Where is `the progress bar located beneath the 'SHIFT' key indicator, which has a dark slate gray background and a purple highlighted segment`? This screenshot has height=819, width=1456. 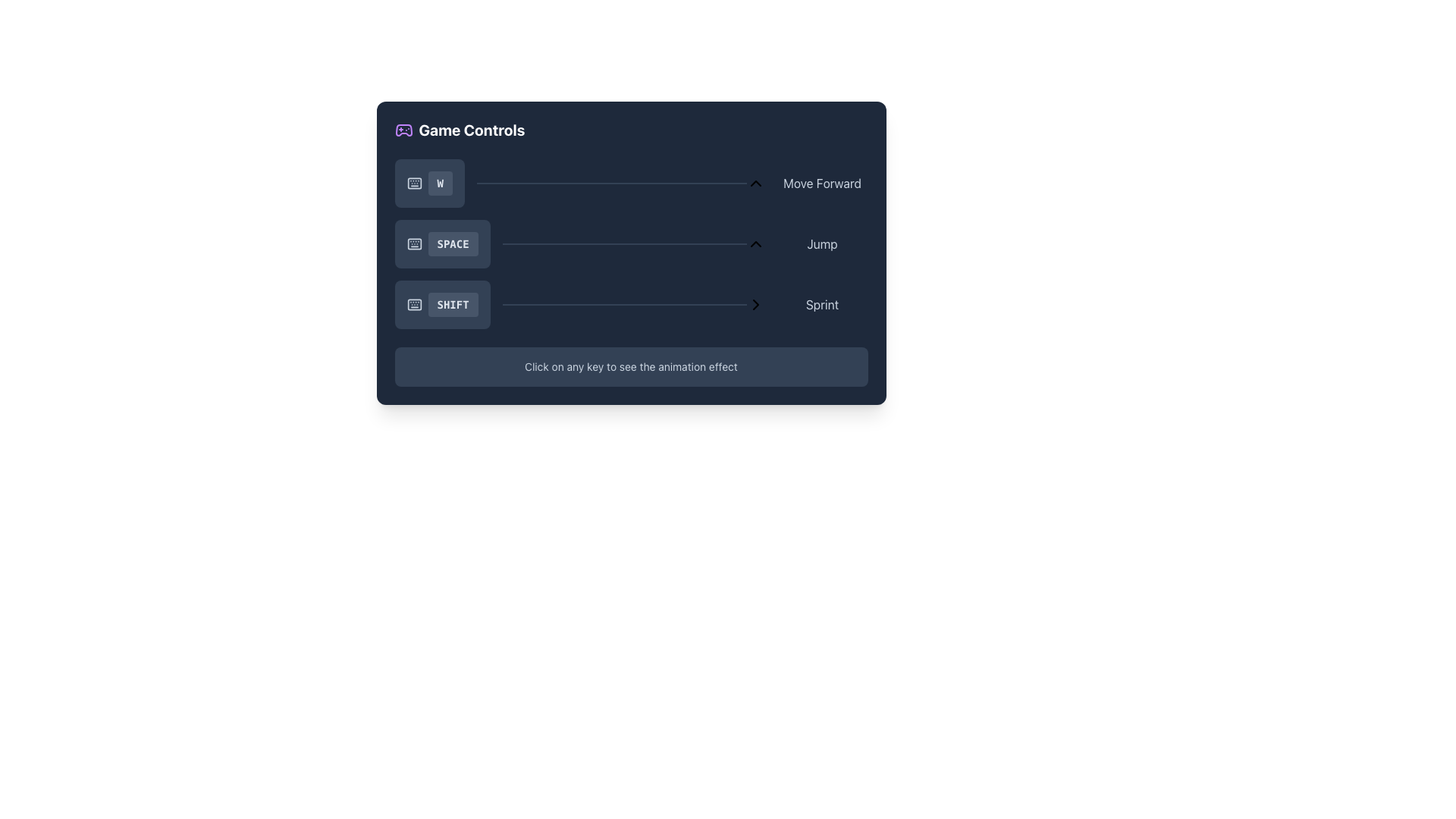
the progress bar located beneath the 'SHIFT' key indicator, which has a dark slate gray background and a purple highlighted segment is located at coordinates (624, 304).